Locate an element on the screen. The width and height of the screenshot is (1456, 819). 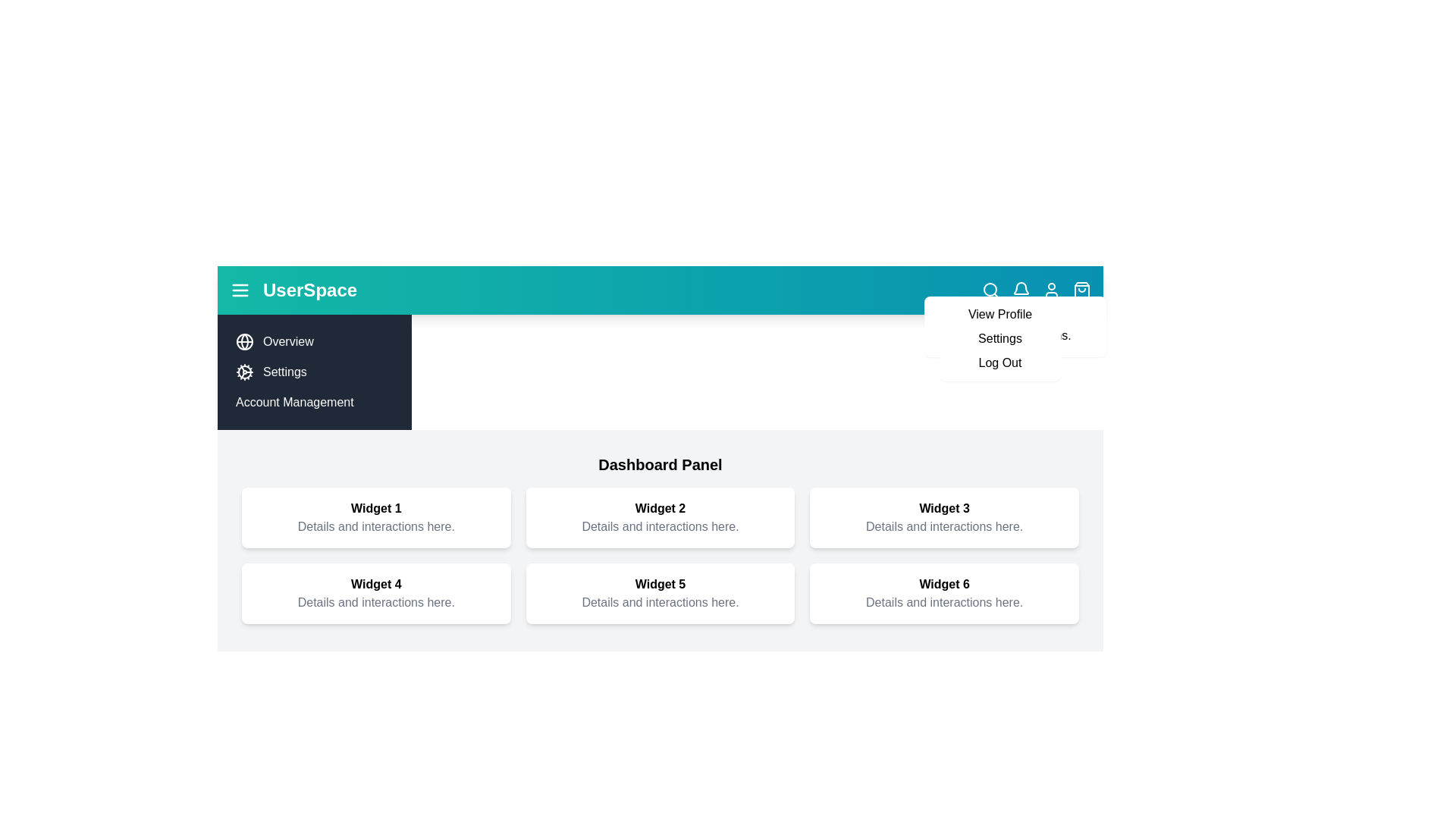
the hamburger menu icon consisting of three white horizontal lines stacked vertically on a teal background is located at coordinates (239, 290).